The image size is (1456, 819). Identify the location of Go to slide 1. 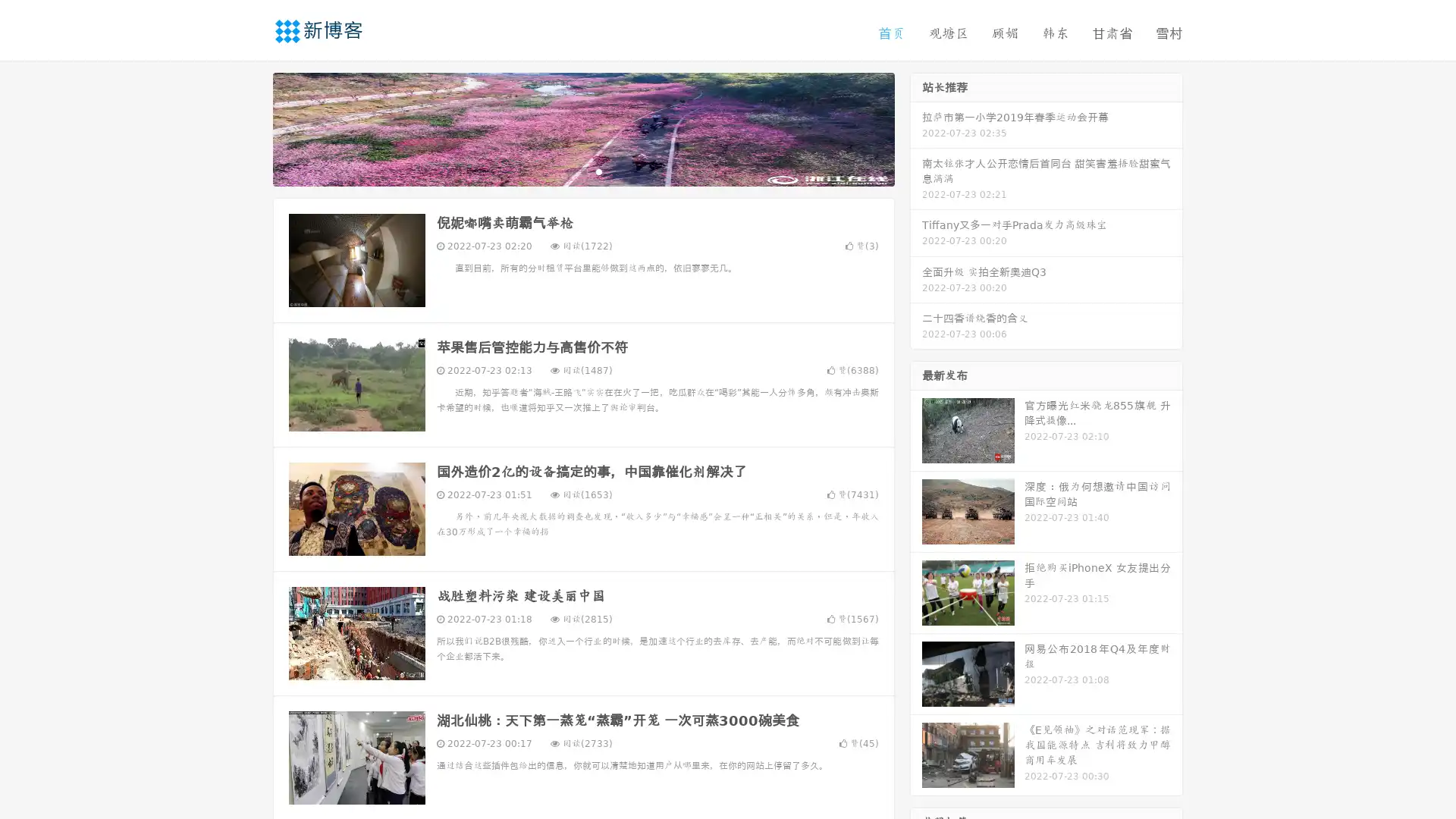
(567, 171).